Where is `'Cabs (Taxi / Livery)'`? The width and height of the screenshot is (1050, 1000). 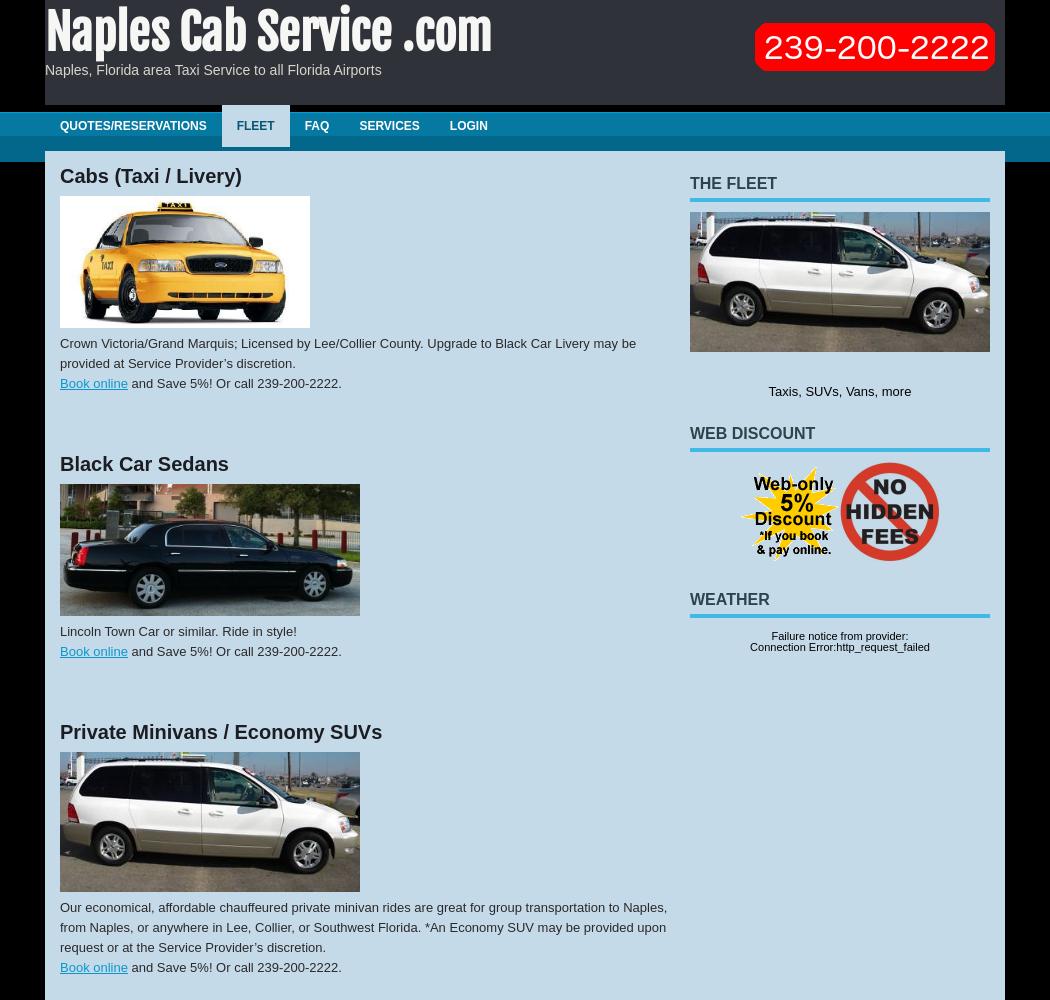 'Cabs (Taxi / Livery)' is located at coordinates (150, 176).